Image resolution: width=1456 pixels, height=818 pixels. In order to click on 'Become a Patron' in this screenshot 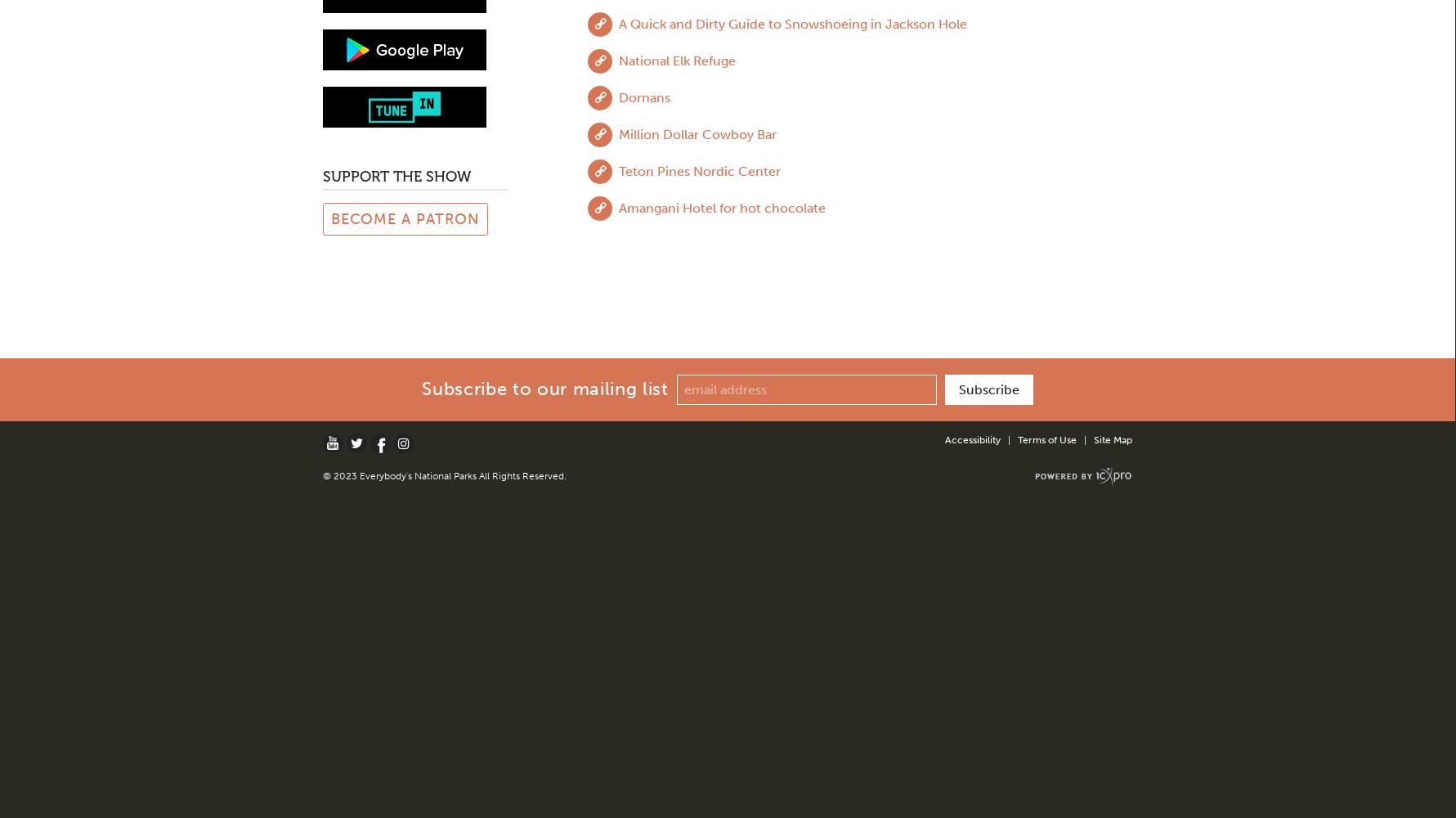, I will do `click(405, 218)`.